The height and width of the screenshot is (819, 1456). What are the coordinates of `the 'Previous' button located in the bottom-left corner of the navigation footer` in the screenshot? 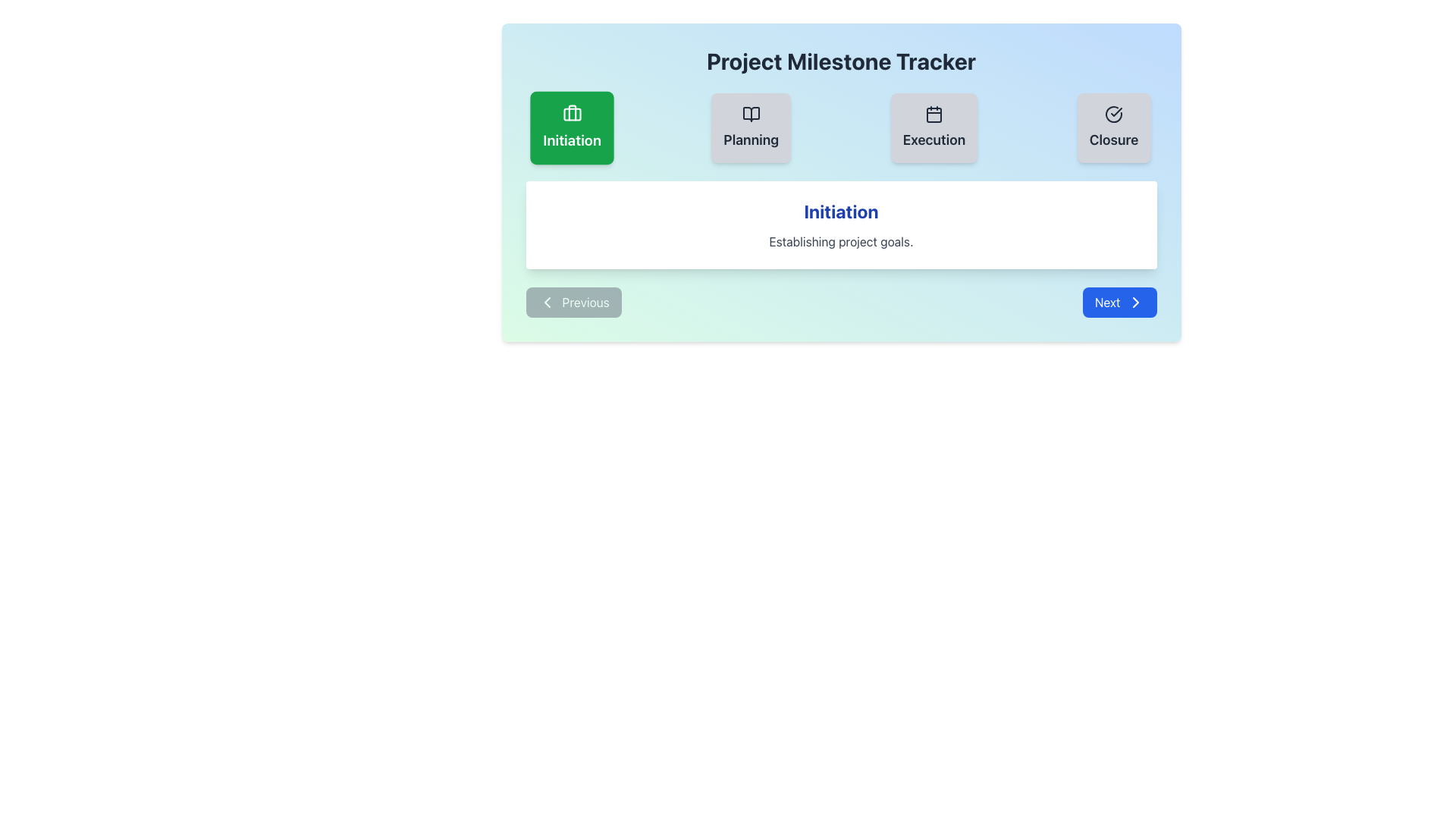 It's located at (573, 302).